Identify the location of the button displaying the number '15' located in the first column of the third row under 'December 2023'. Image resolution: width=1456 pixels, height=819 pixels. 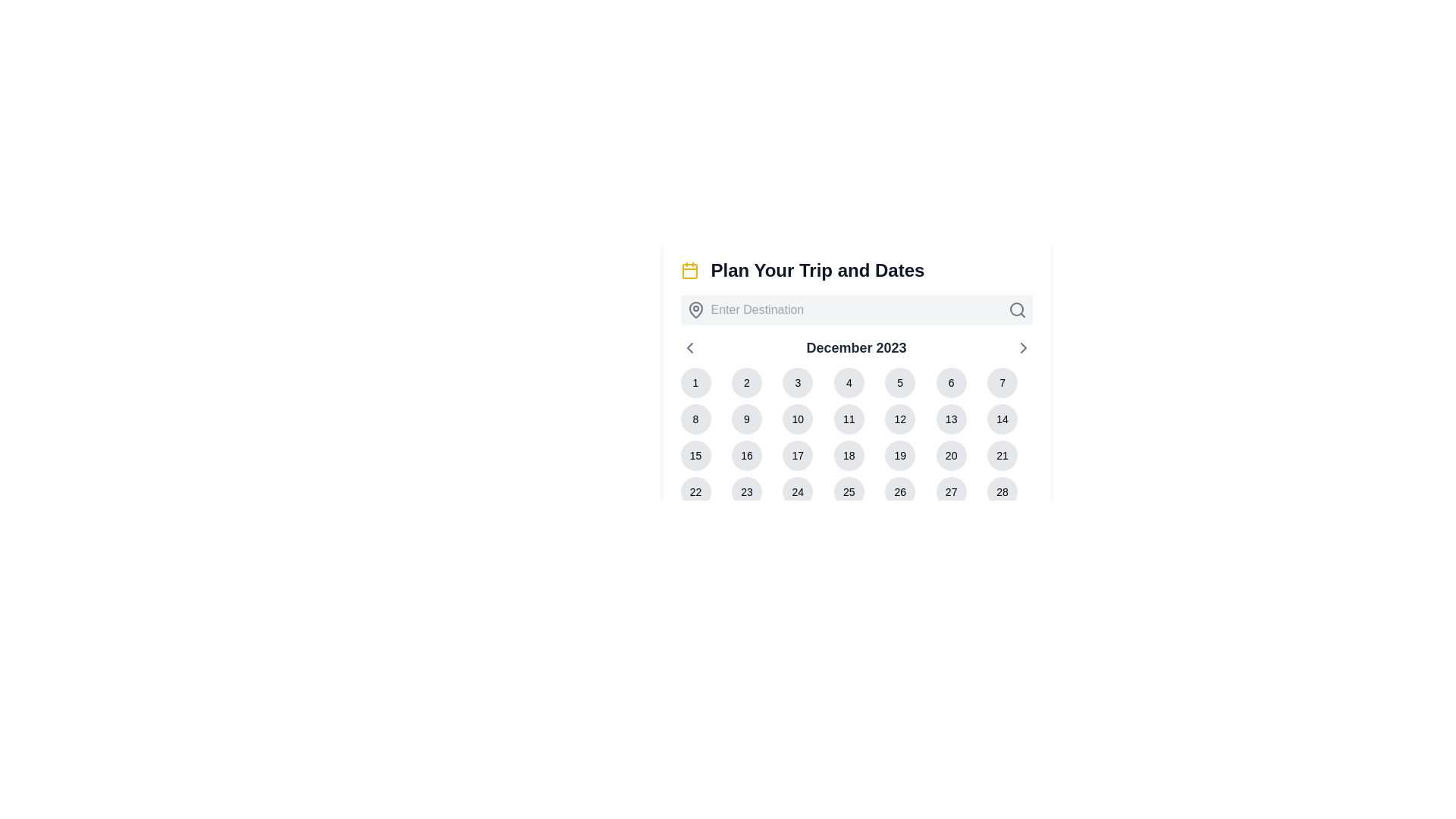
(695, 455).